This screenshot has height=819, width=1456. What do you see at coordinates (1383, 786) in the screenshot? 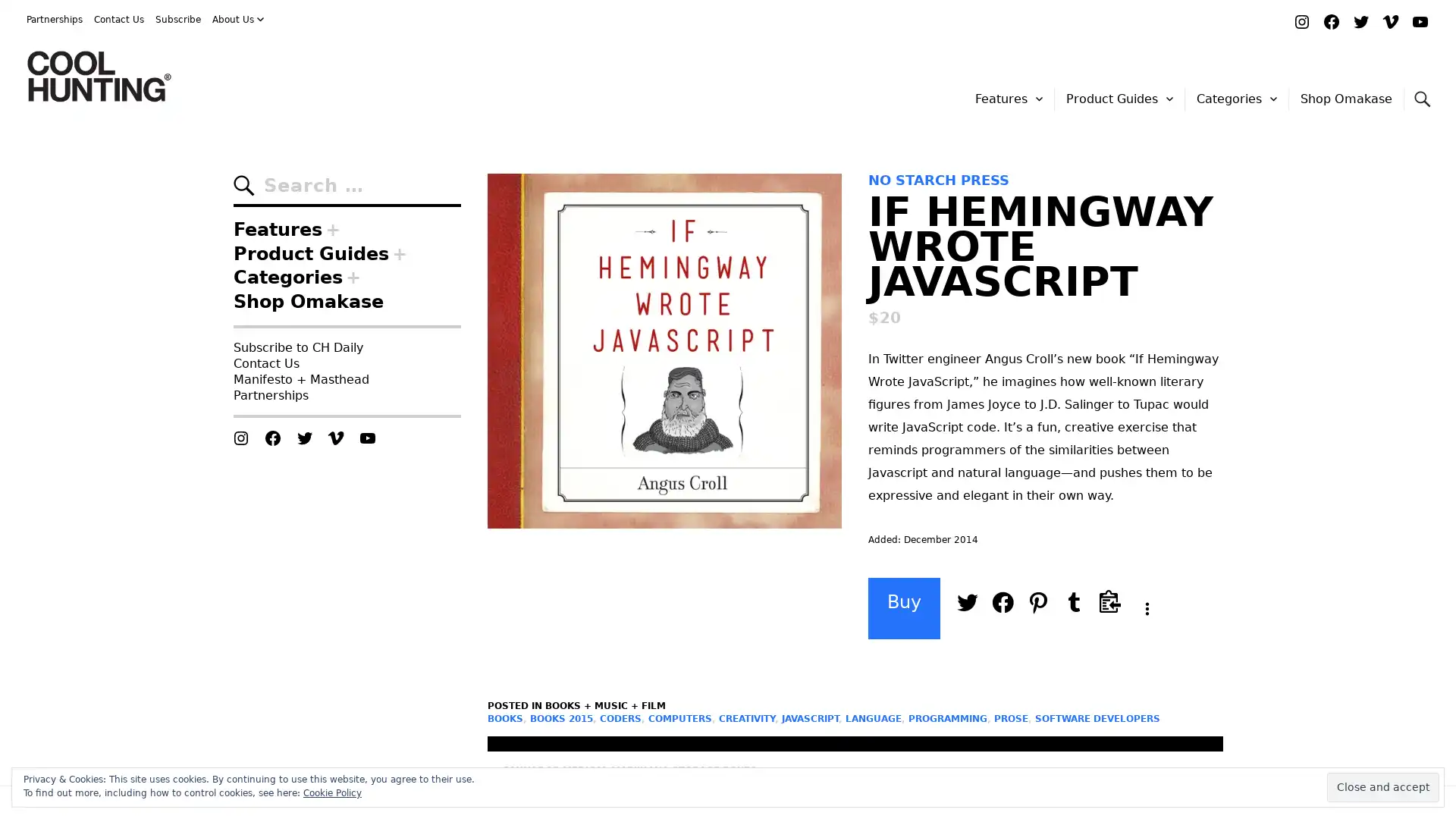
I see `Close and accept` at bounding box center [1383, 786].